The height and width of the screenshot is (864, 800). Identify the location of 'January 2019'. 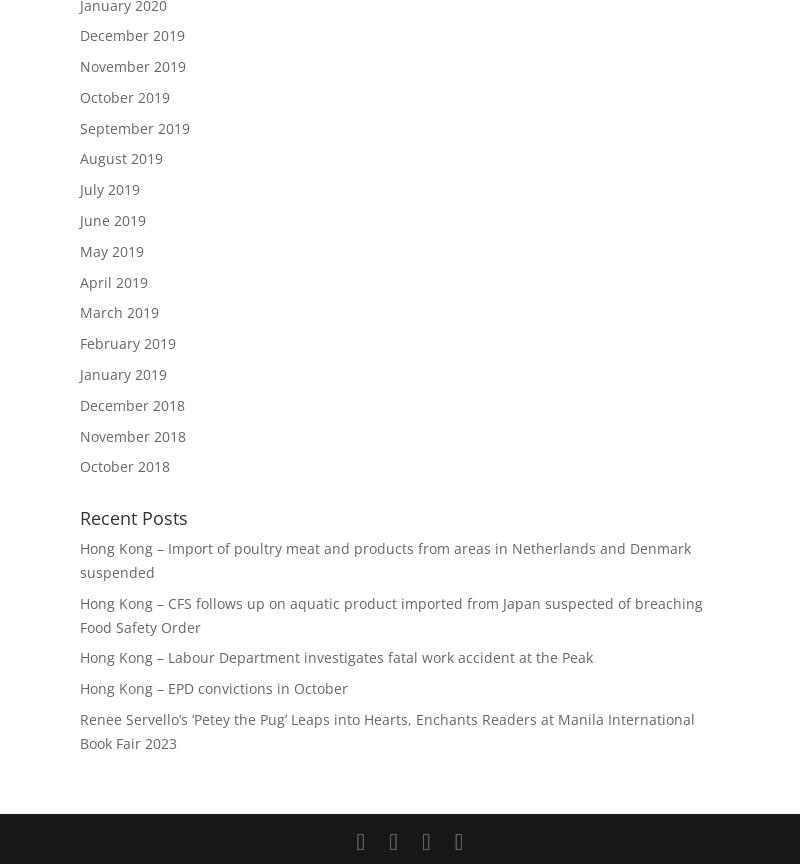
(122, 373).